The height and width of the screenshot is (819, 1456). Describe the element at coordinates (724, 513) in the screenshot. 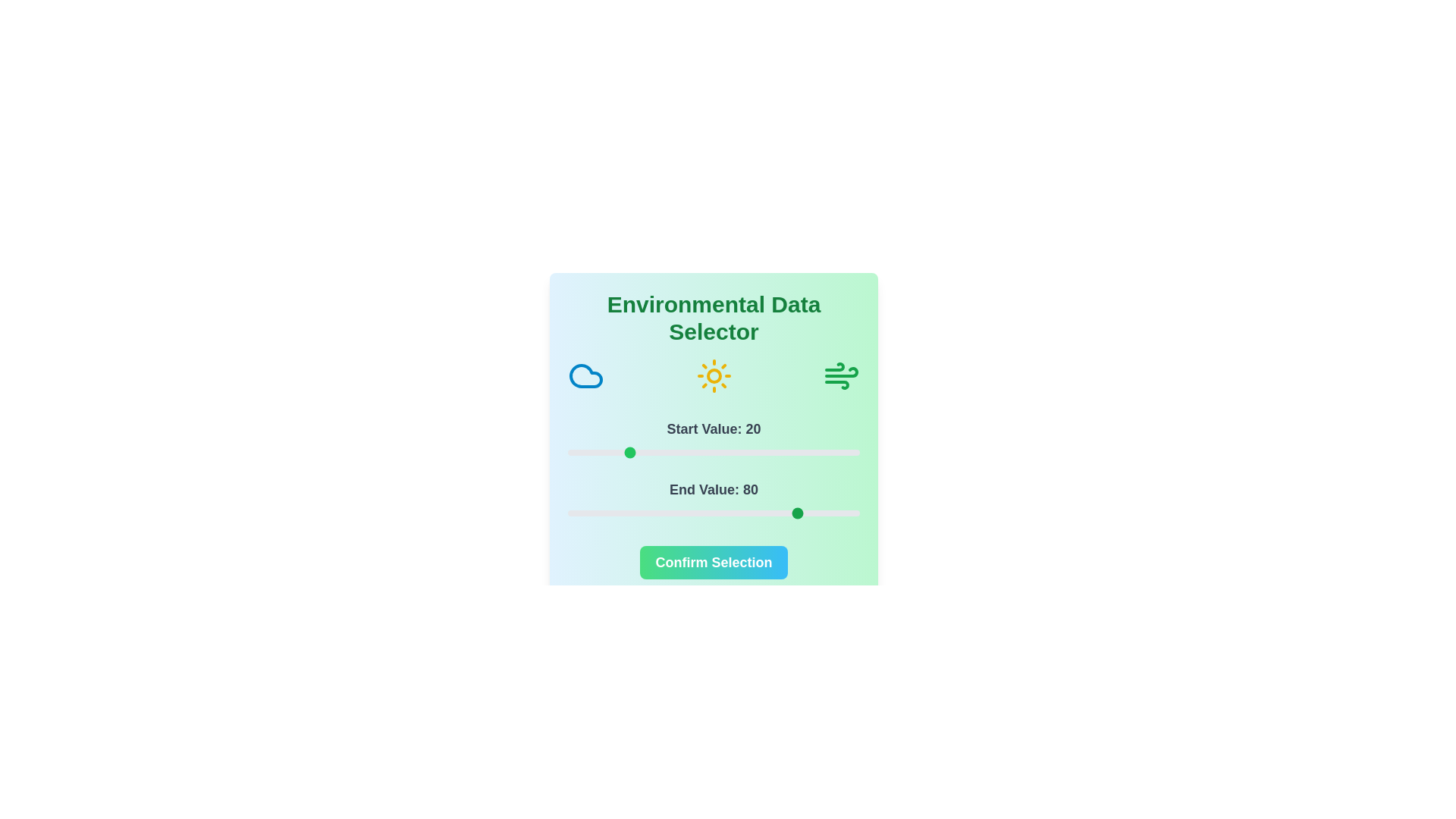

I see `the End Value slider` at that location.